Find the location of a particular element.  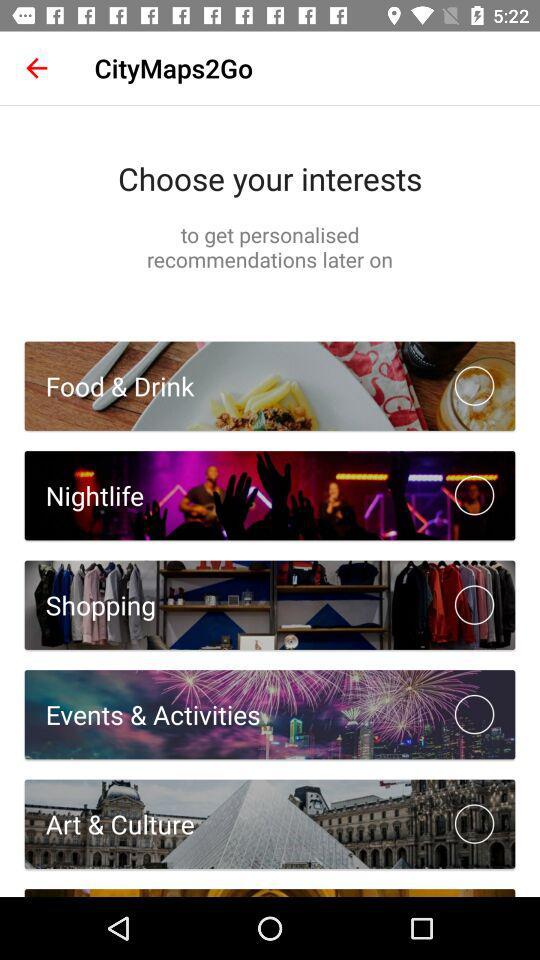

events & activities item is located at coordinates (141, 714).